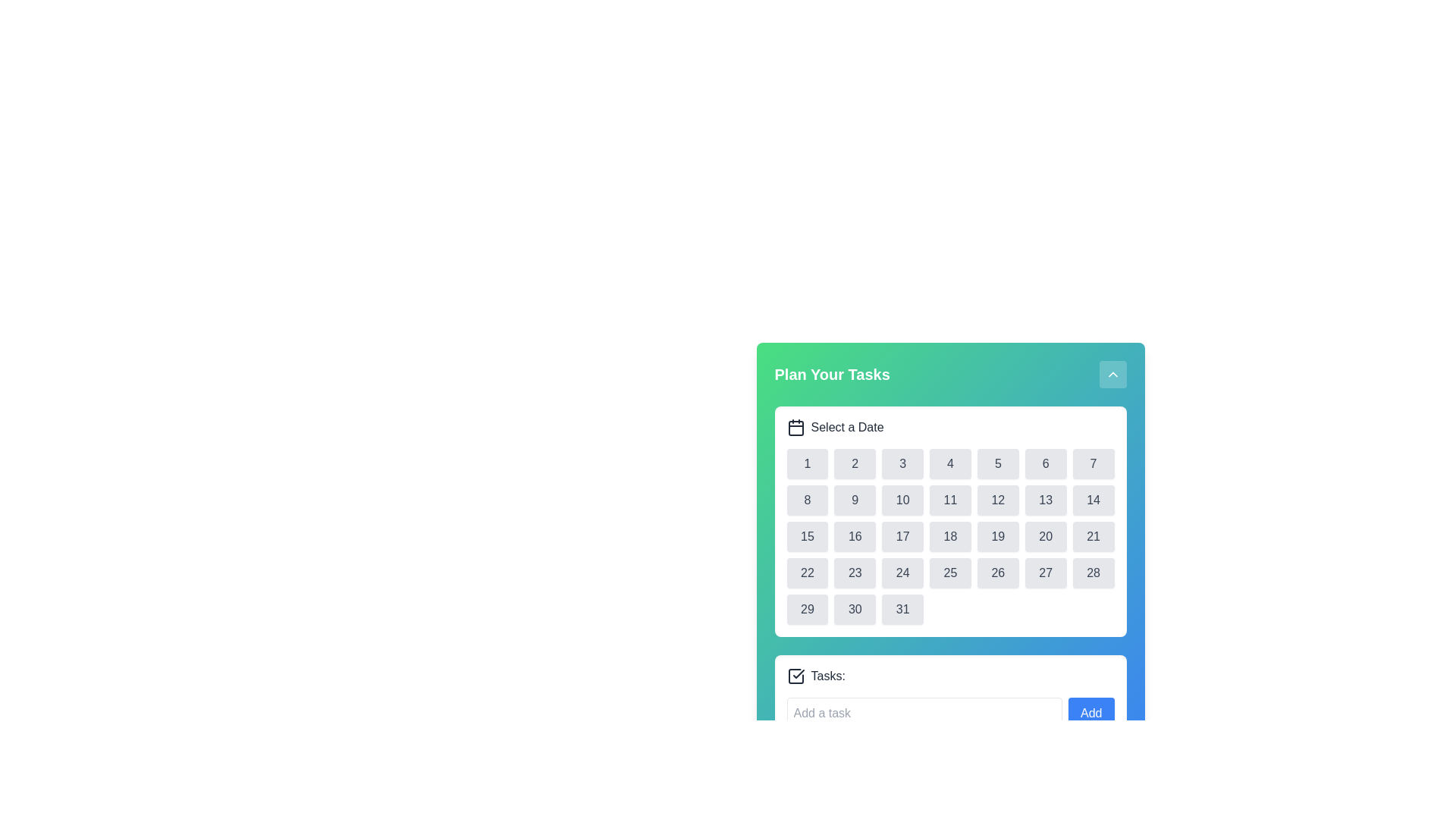 The width and height of the screenshot is (1456, 819). What do you see at coordinates (998, 463) in the screenshot?
I see `the rounded rectangular button displaying the number '5' in dark gray` at bounding box center [998, 463].